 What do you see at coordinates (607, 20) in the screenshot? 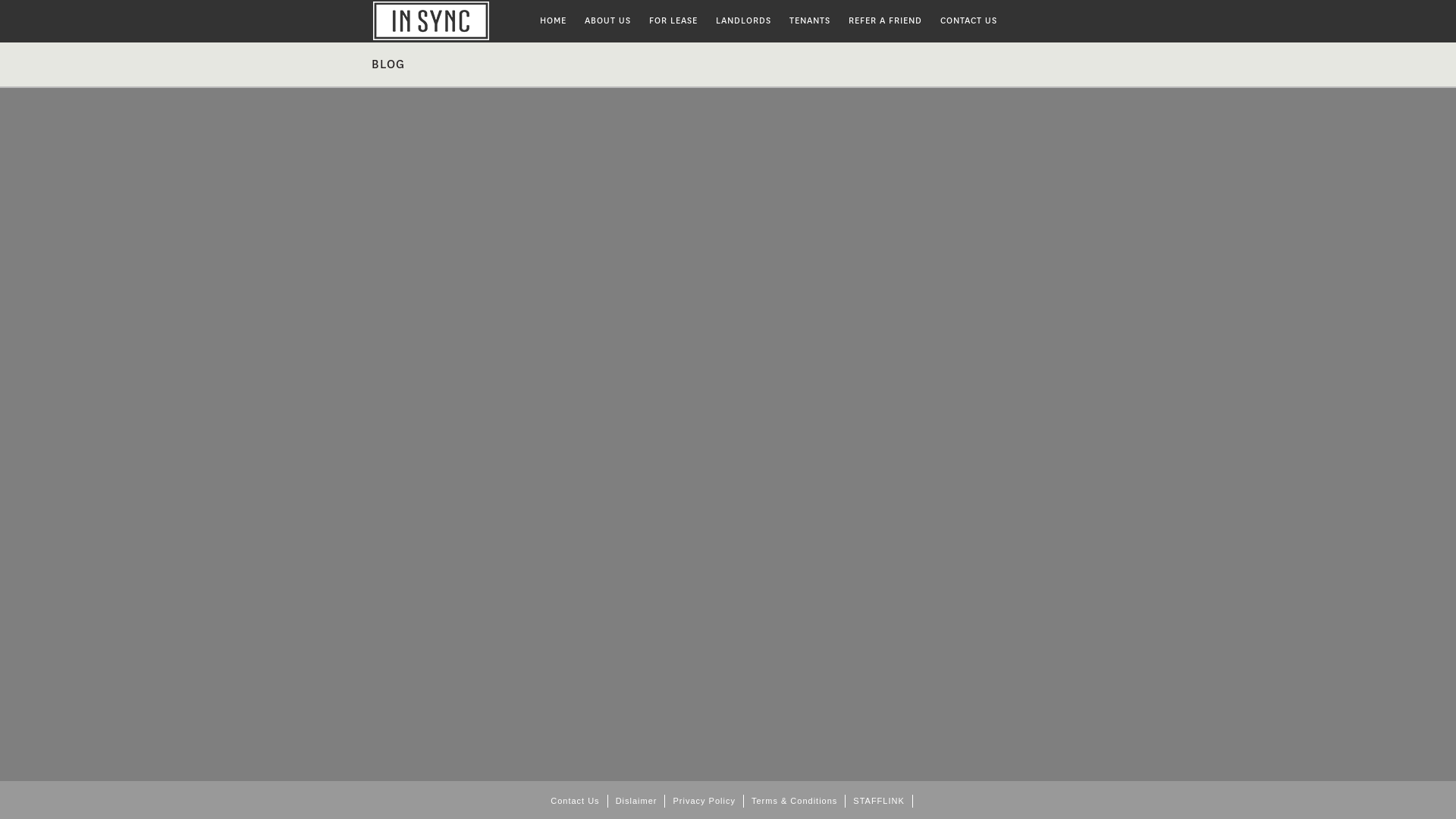
I see `'ABOUT US'` at bounding box center [607, 20].